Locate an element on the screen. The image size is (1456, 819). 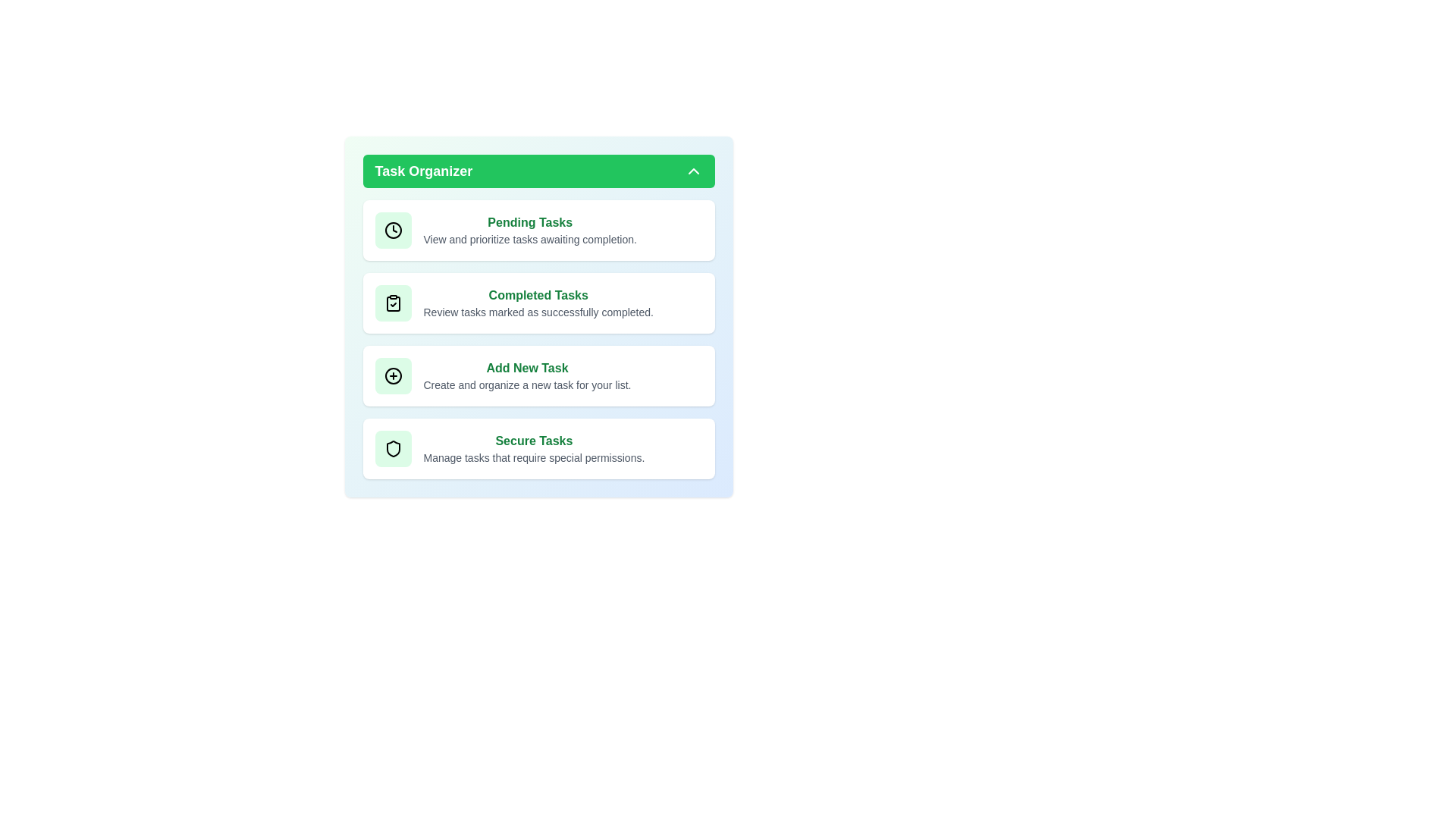
the 'Secure Tasks' card to view or manage secure tasks is located at coordinates (538, 447).